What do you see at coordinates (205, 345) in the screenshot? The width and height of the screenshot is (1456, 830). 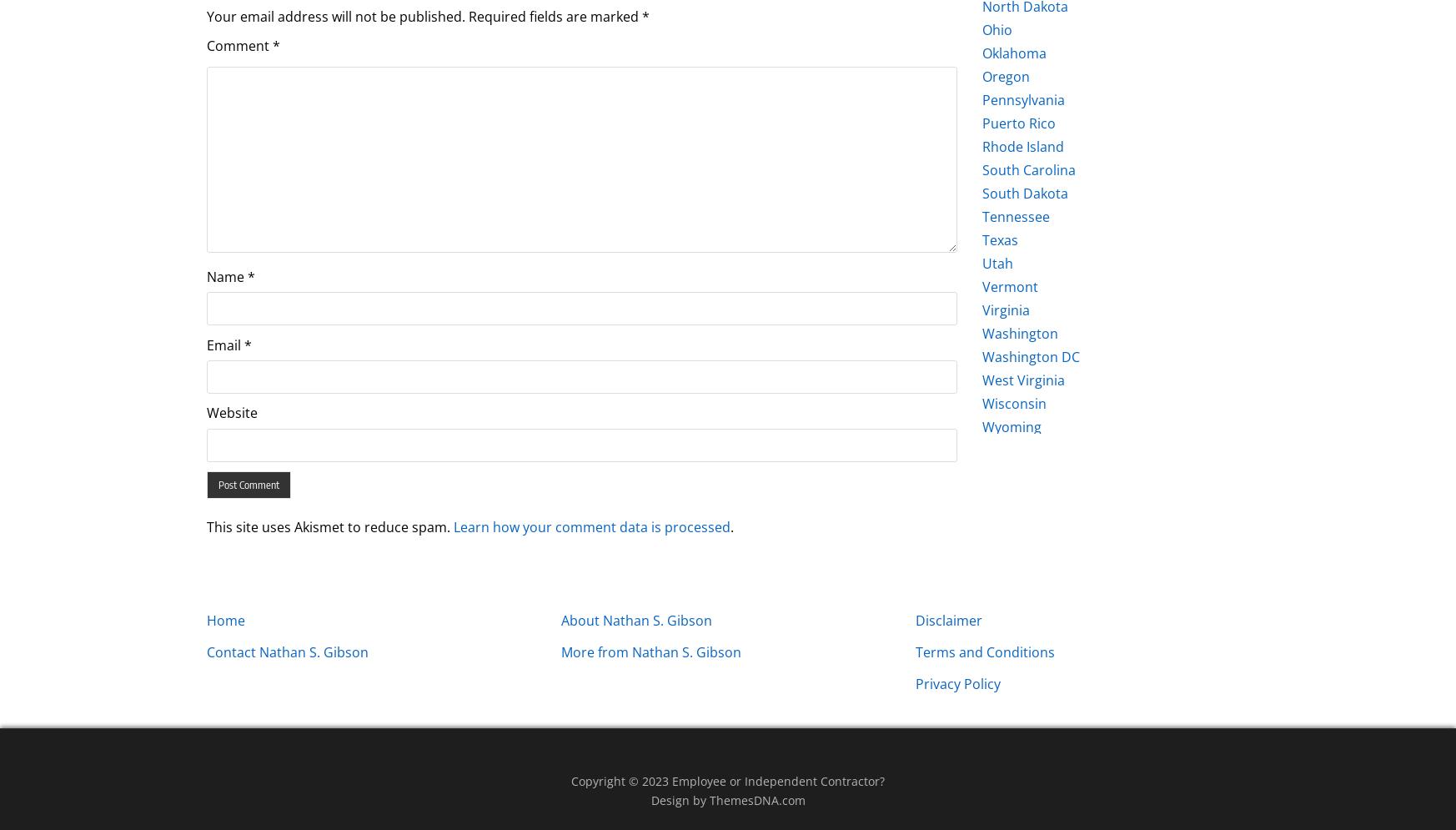 I see `'Email'` at bounding box center [205, 345].